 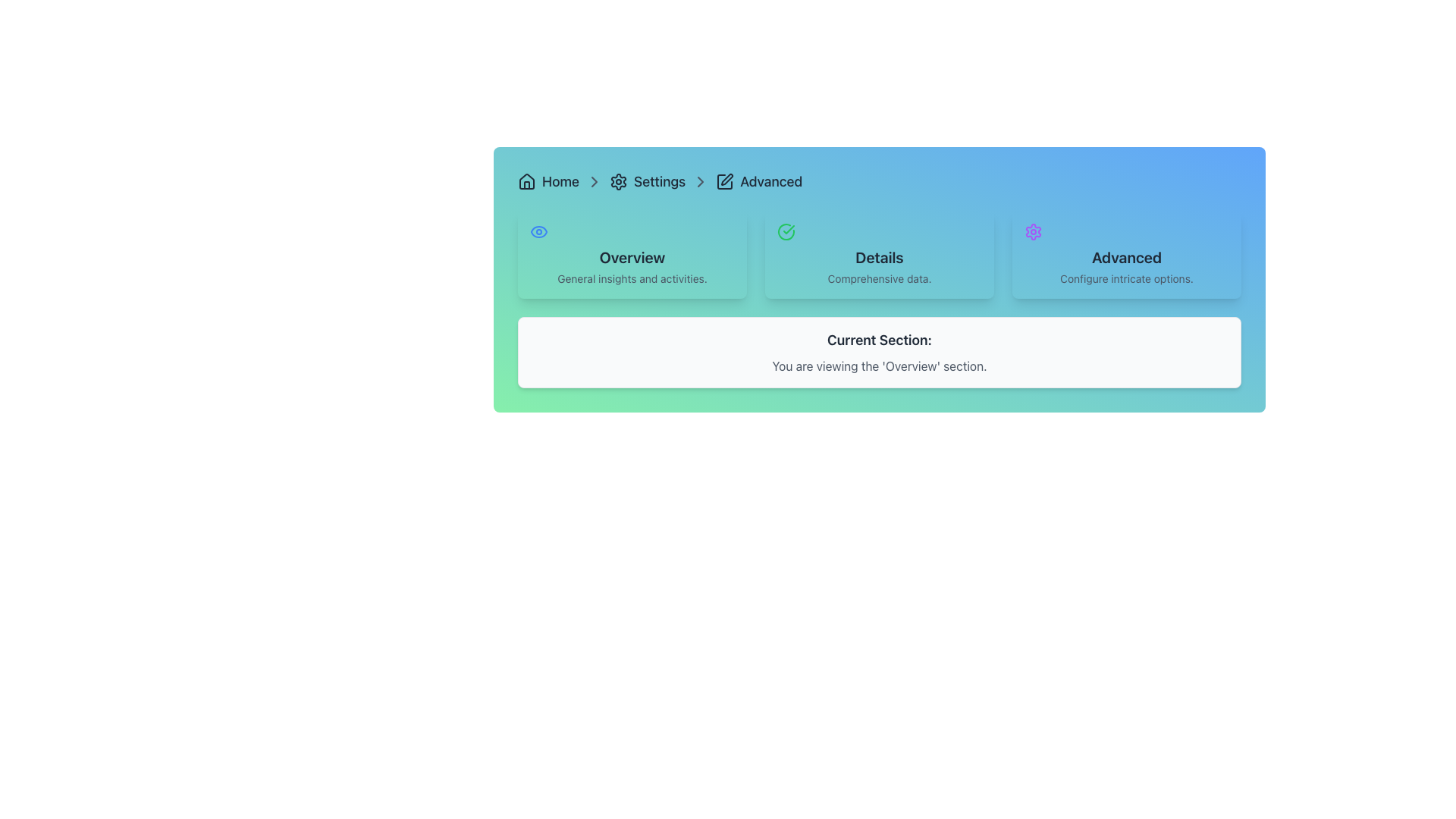 I want to click on the edit/customization icon in the breadcrumb navigation bar, located to the right of the 'Settings' breadcrumb and associated with the 'Advanced' section, so click(x=726, y=178).